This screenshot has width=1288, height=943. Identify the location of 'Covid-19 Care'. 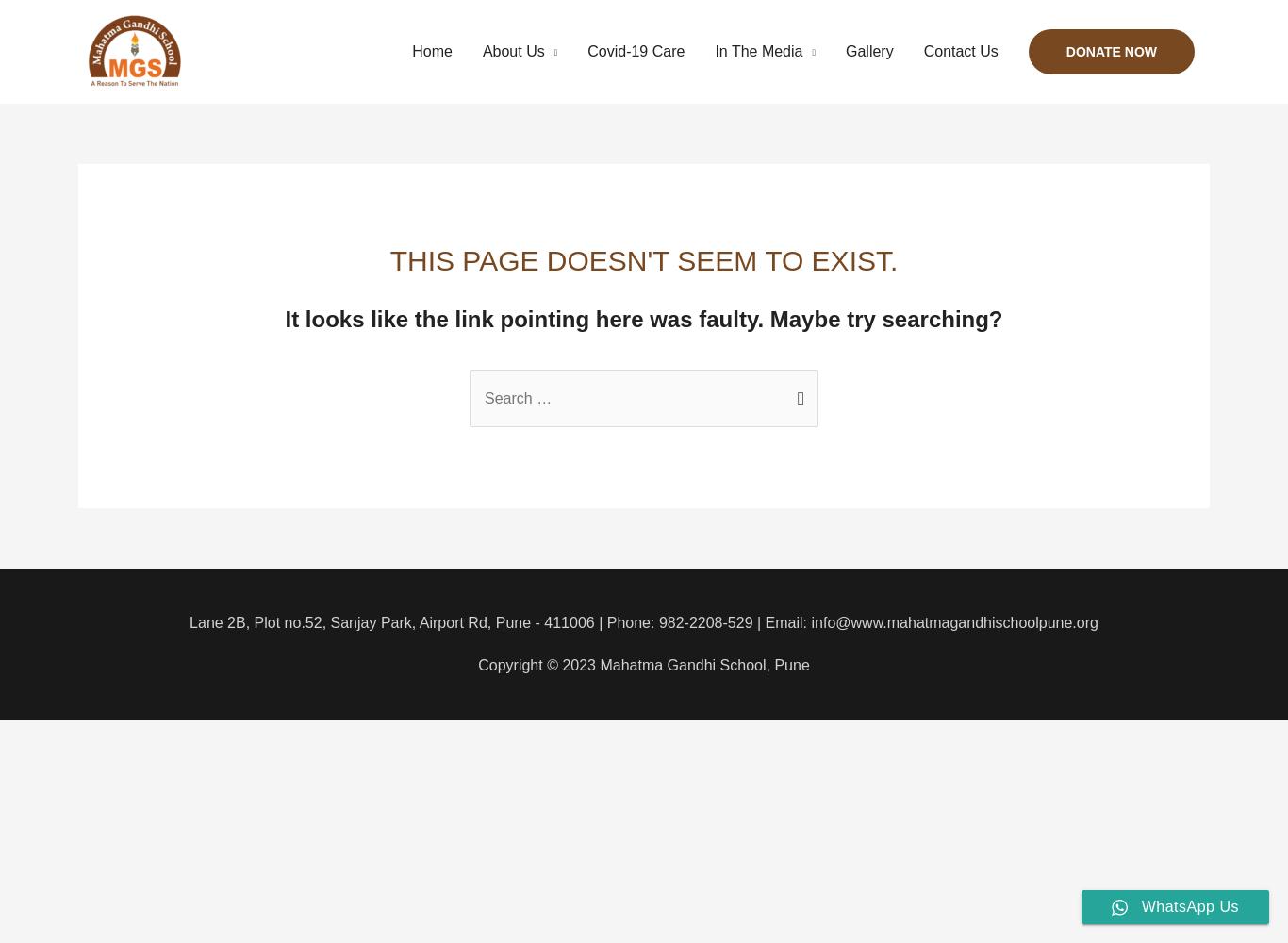
(635, 51).